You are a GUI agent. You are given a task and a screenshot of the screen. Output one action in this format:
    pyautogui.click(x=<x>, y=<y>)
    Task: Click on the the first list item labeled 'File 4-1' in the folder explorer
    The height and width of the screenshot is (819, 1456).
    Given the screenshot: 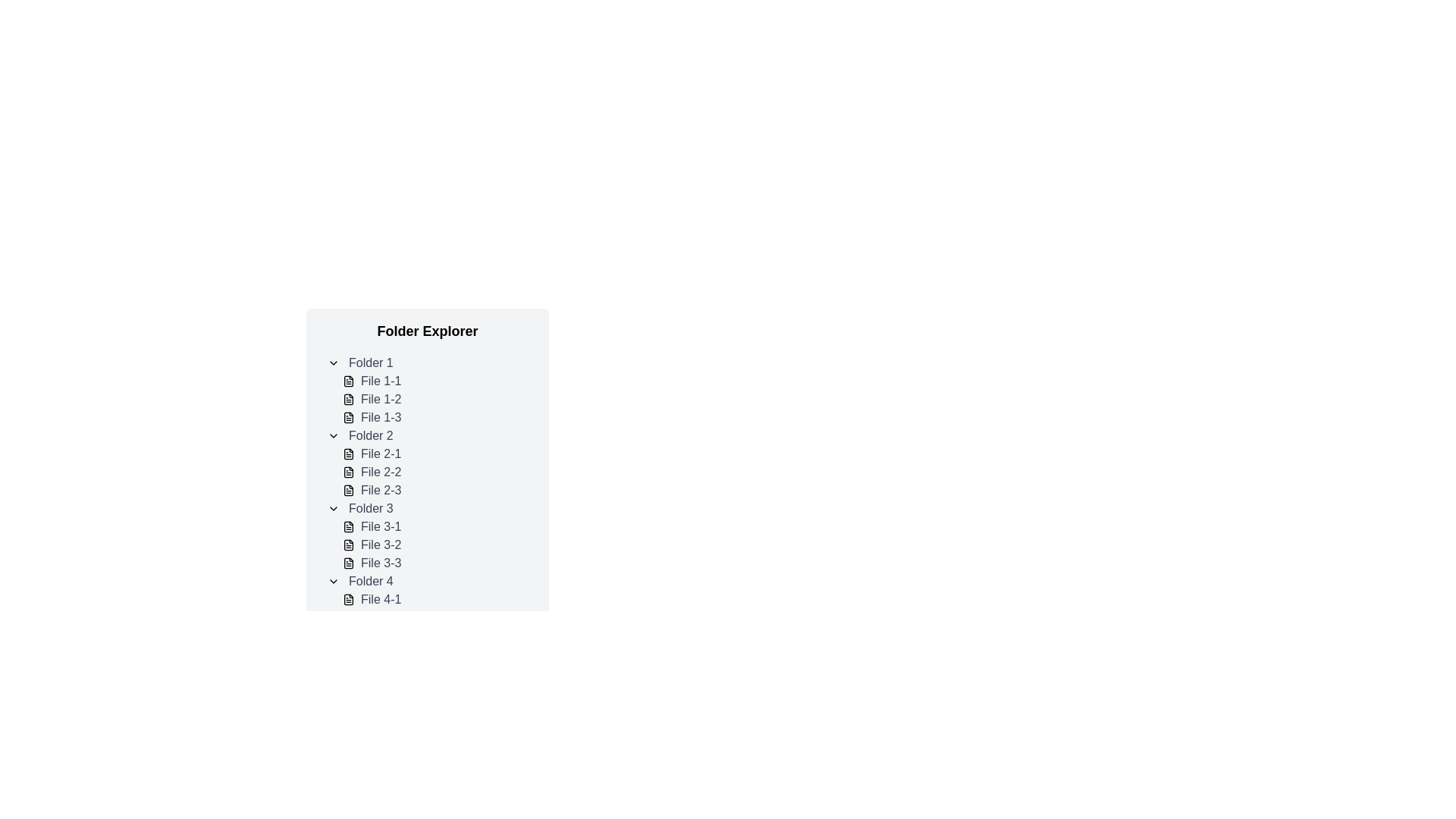 What is the action you would take?
    pyautogui.click(x=436, y=598)
    